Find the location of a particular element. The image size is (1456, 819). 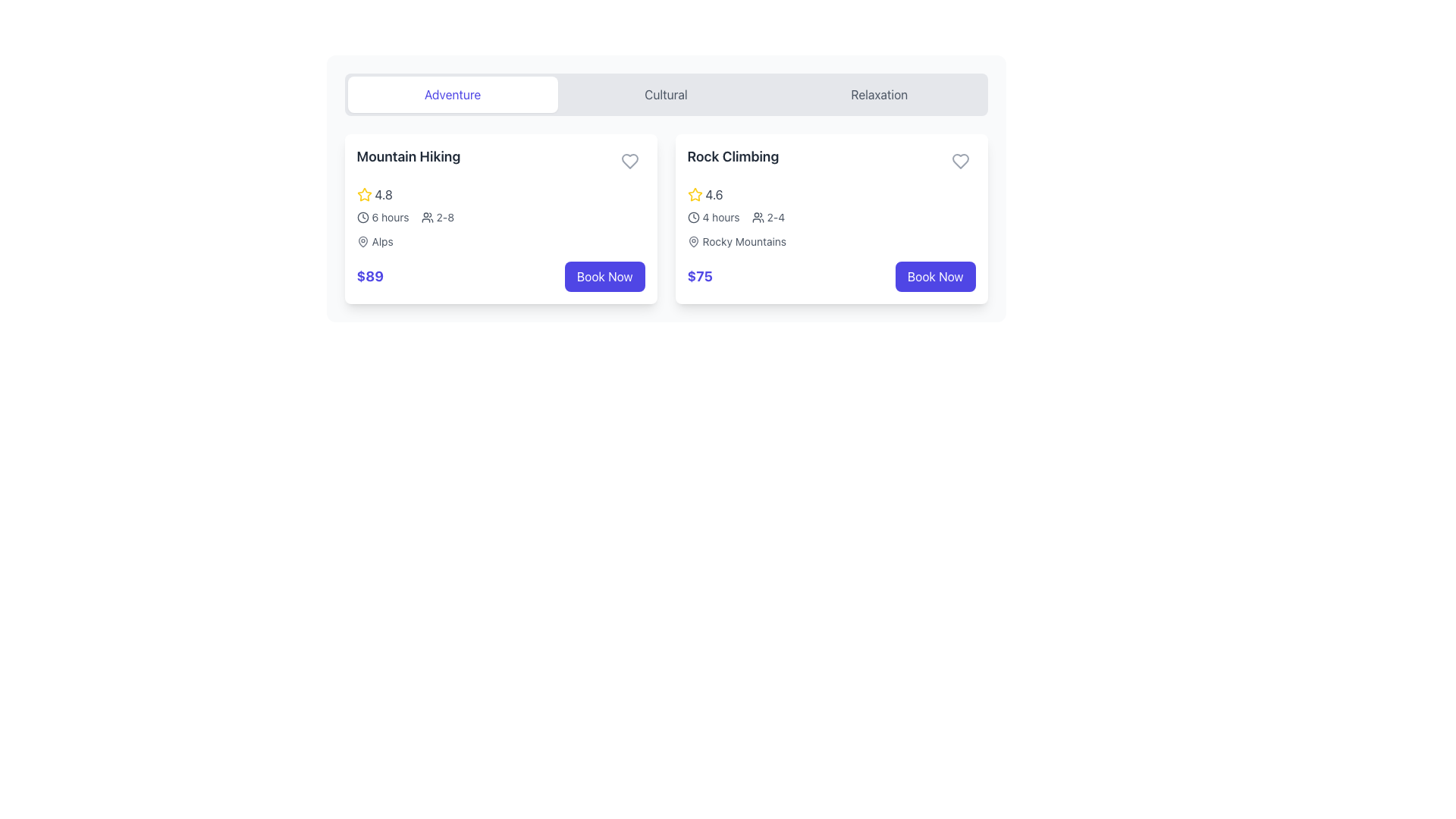

the heart-shaped icon button with a light gray background to mark it as favorite, located to the right of the 'Rock Climbing' section is located at coordinates (959, 161).